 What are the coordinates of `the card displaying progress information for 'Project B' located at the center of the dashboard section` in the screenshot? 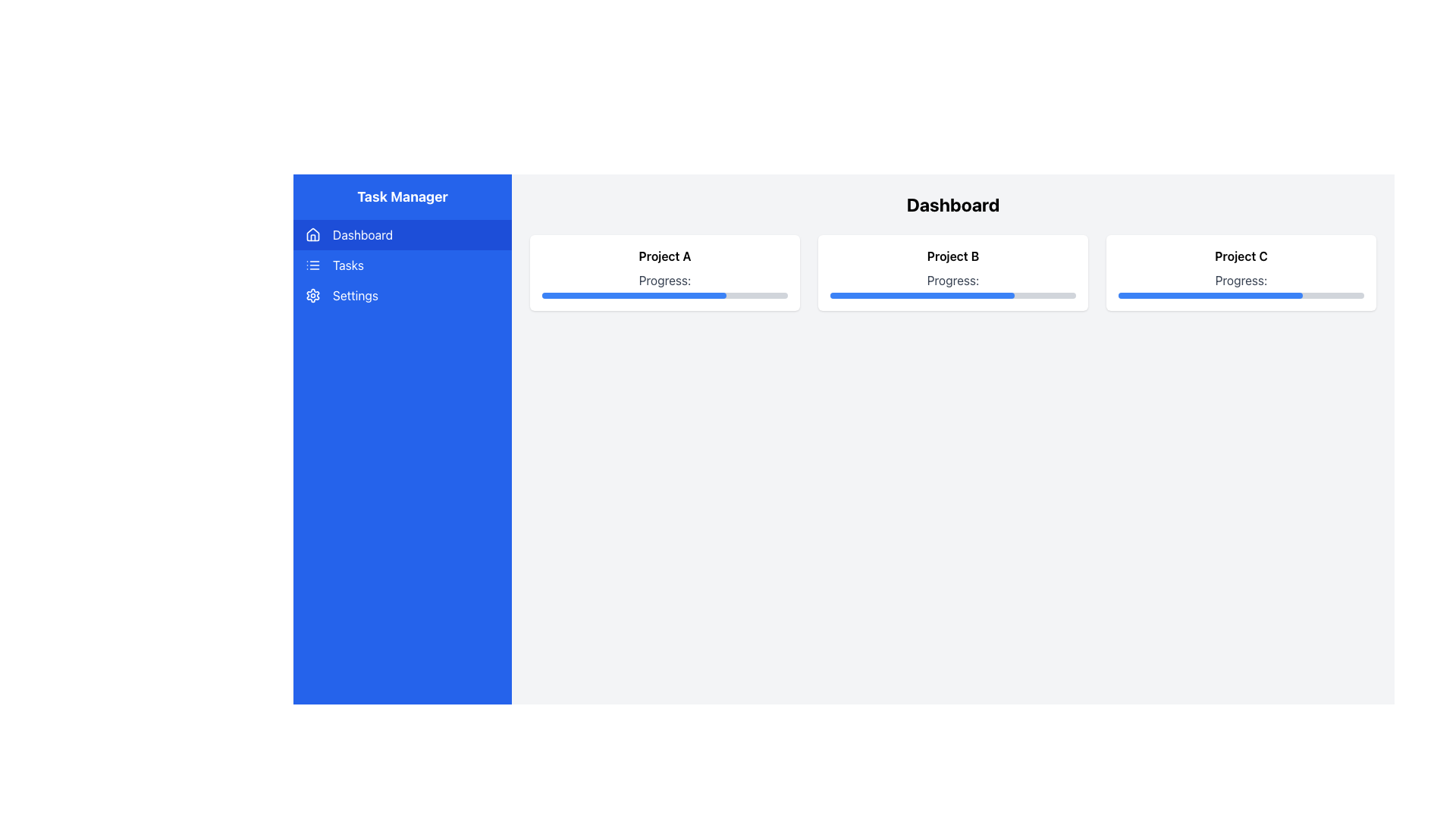 It's located at (952, 271).